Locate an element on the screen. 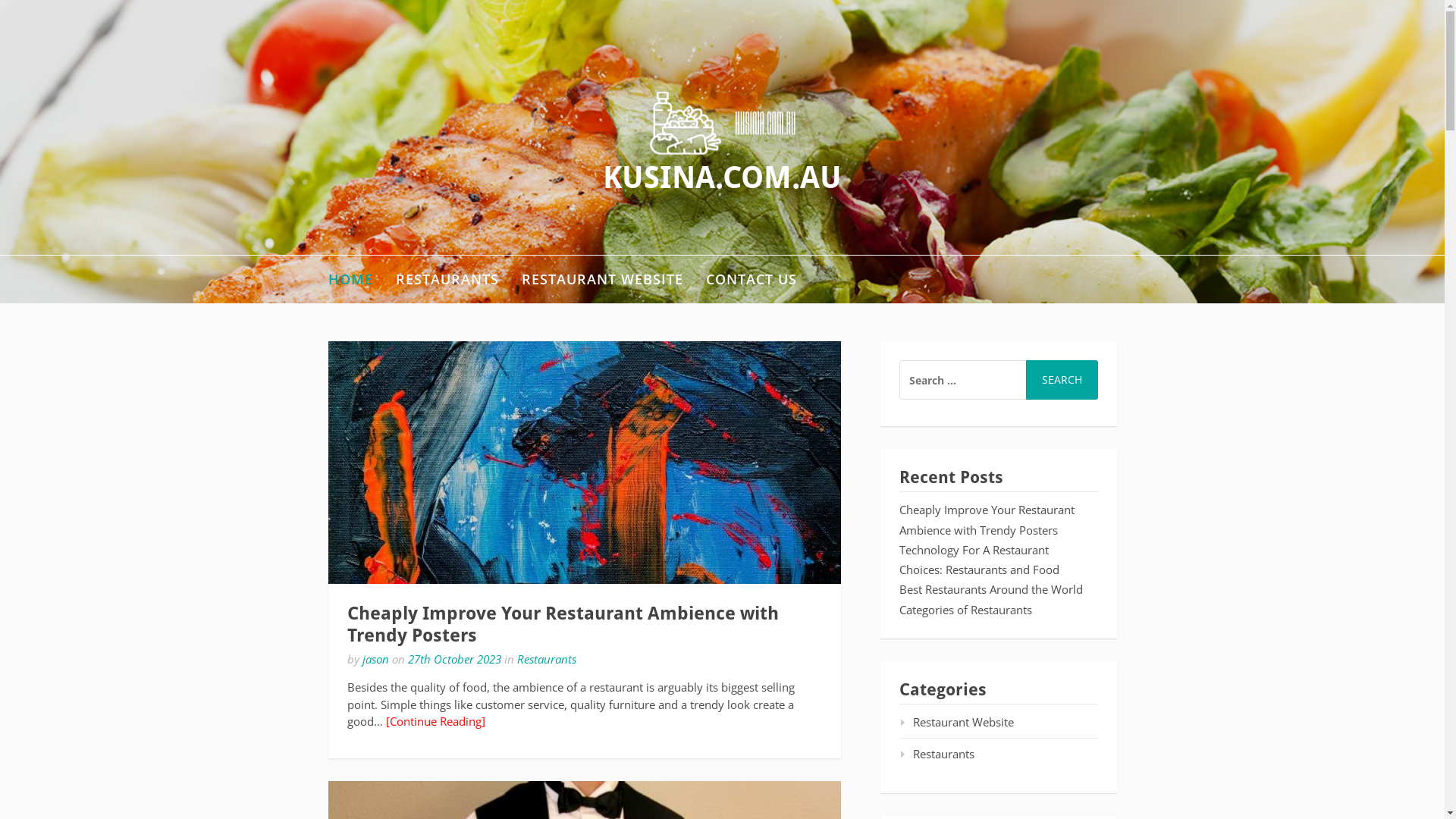  'Search' is located at coordinates (1025, 379).